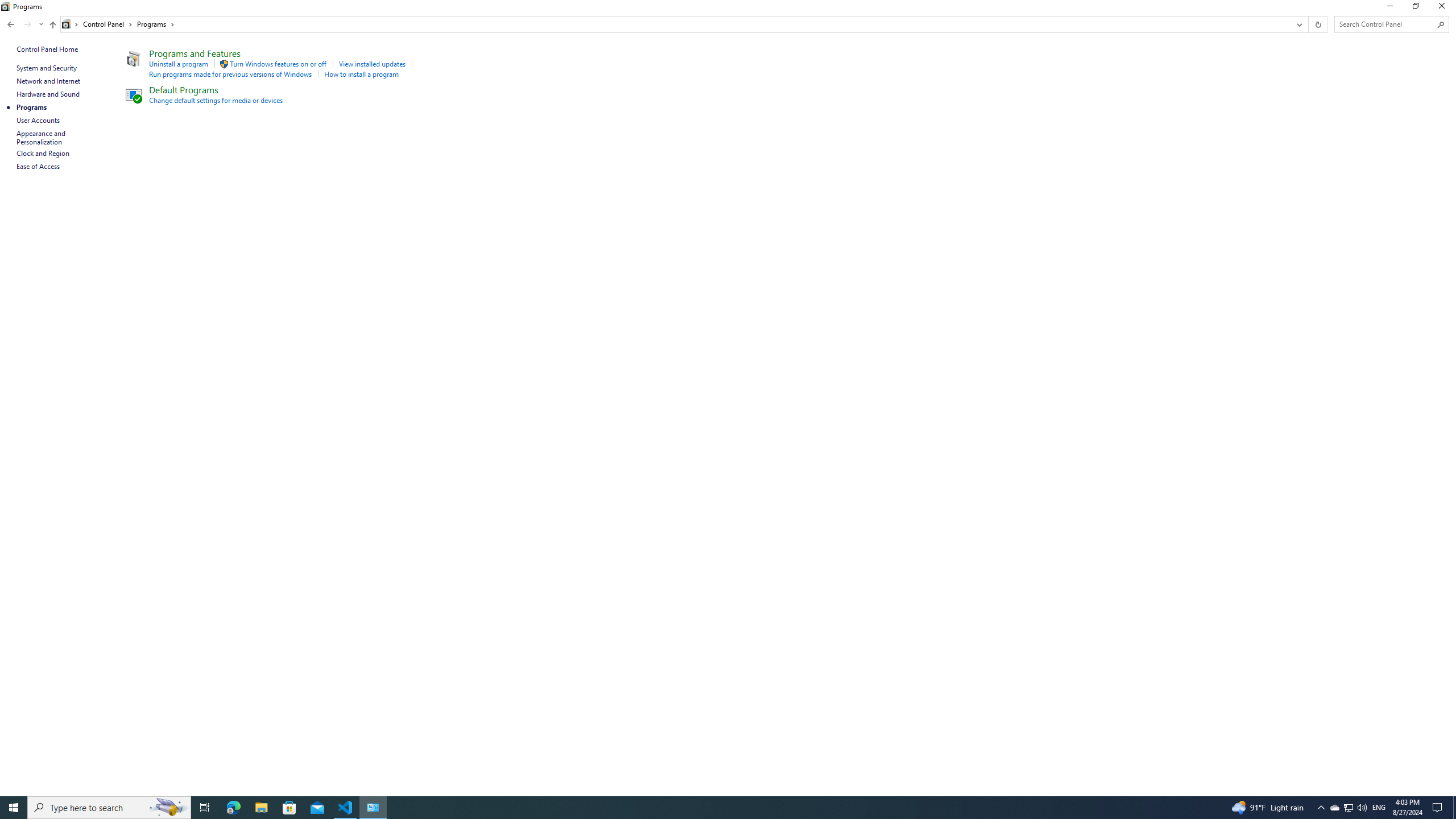 This screenshot has width=1456, height=819. What do you see at coordinates (216, 100) in the screenshot?
I see `'Change default settings for media or devices'` at bounding box center [216, 100].